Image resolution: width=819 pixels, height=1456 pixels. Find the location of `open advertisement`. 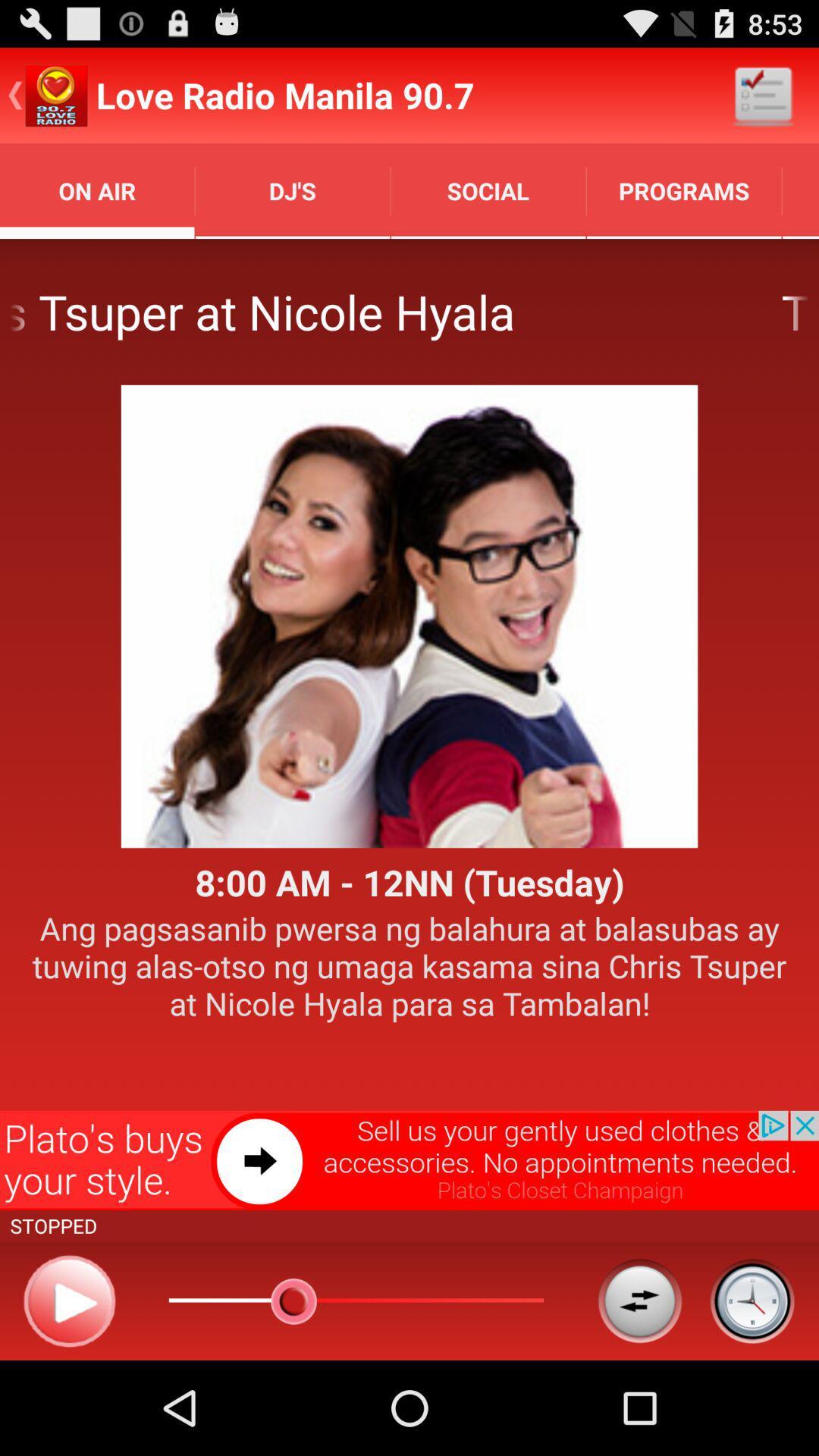

open advertisement is located at coordinates (409, 1159).